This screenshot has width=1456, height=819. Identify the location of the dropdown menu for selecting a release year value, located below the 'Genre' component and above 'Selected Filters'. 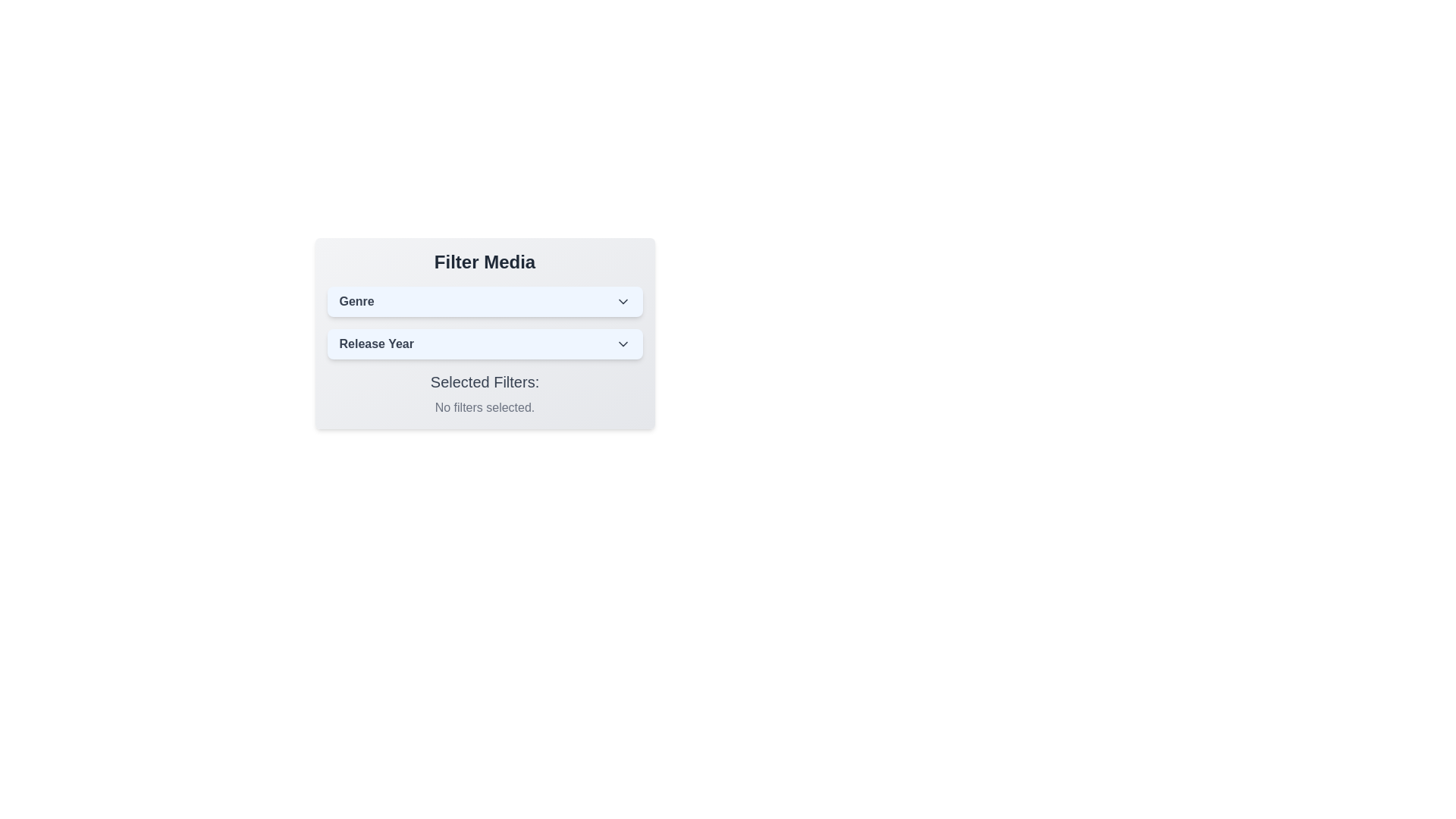
(484, 344).